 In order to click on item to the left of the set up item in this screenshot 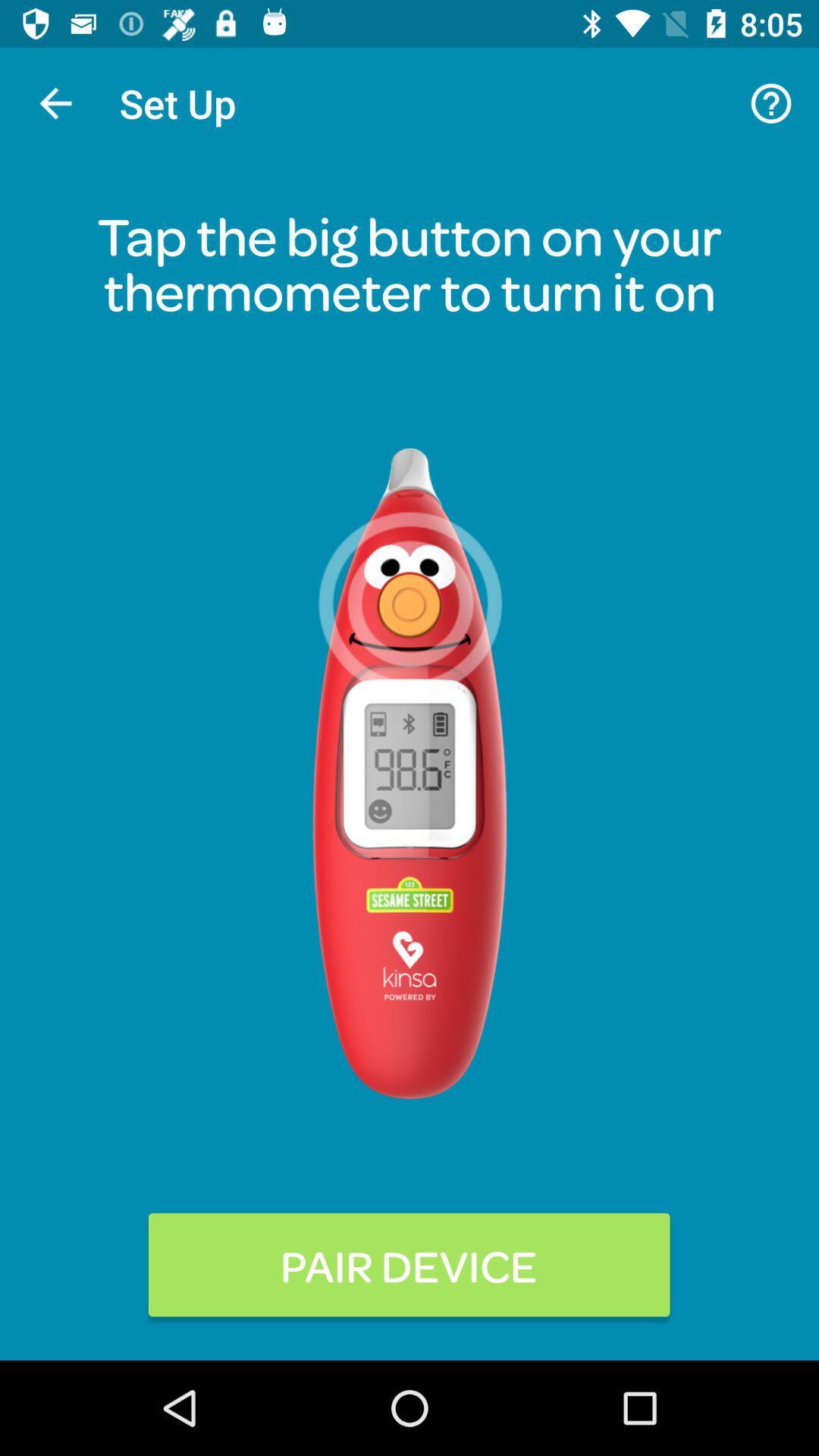, I will do `click(55, 102)`.